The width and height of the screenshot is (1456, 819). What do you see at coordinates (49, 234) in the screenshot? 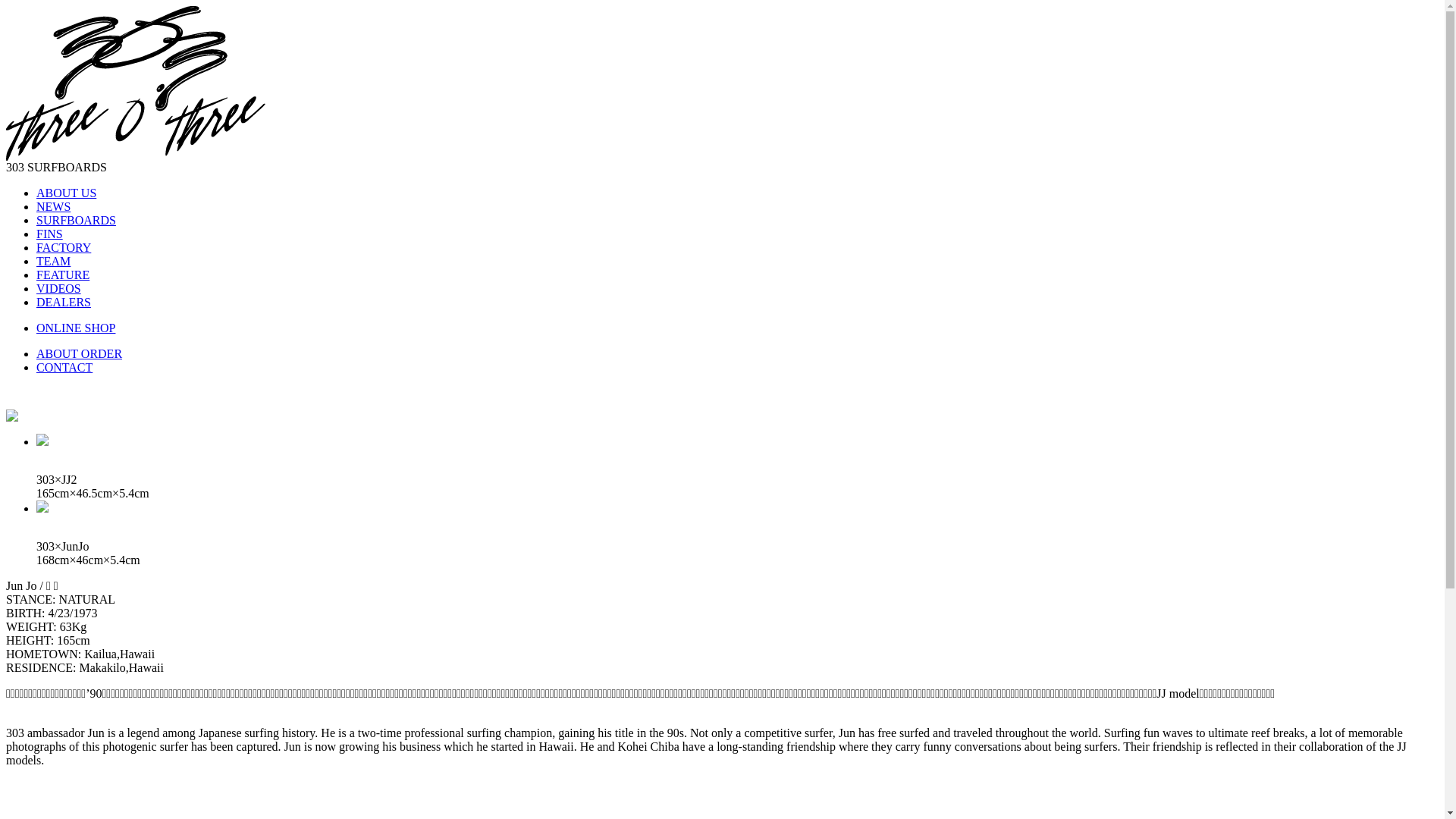
I see `'FINS'` at bounding box center [49, 234].